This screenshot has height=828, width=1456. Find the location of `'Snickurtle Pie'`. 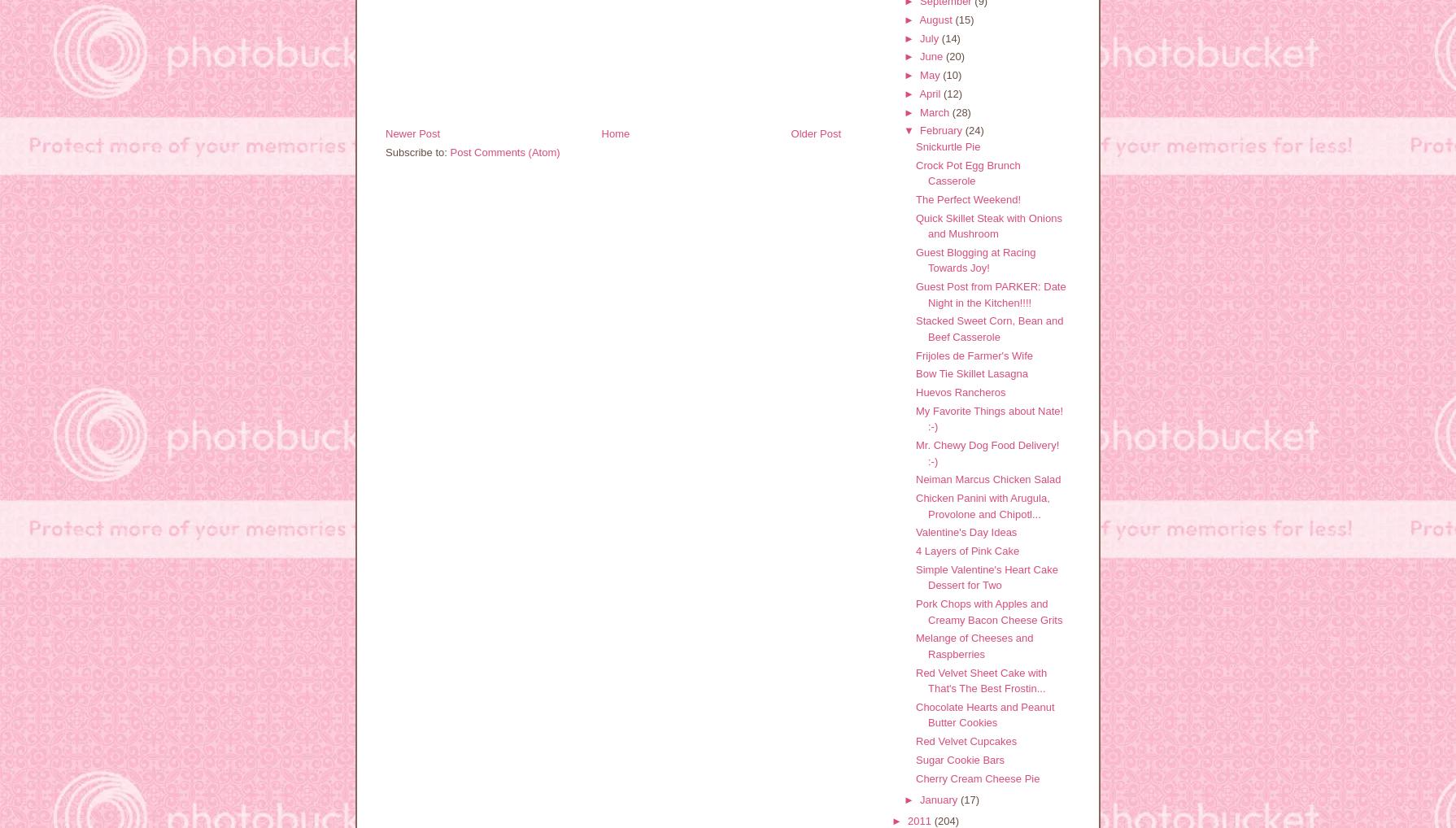

'Snickurtle Pie' is located at coordinates (916, 146).